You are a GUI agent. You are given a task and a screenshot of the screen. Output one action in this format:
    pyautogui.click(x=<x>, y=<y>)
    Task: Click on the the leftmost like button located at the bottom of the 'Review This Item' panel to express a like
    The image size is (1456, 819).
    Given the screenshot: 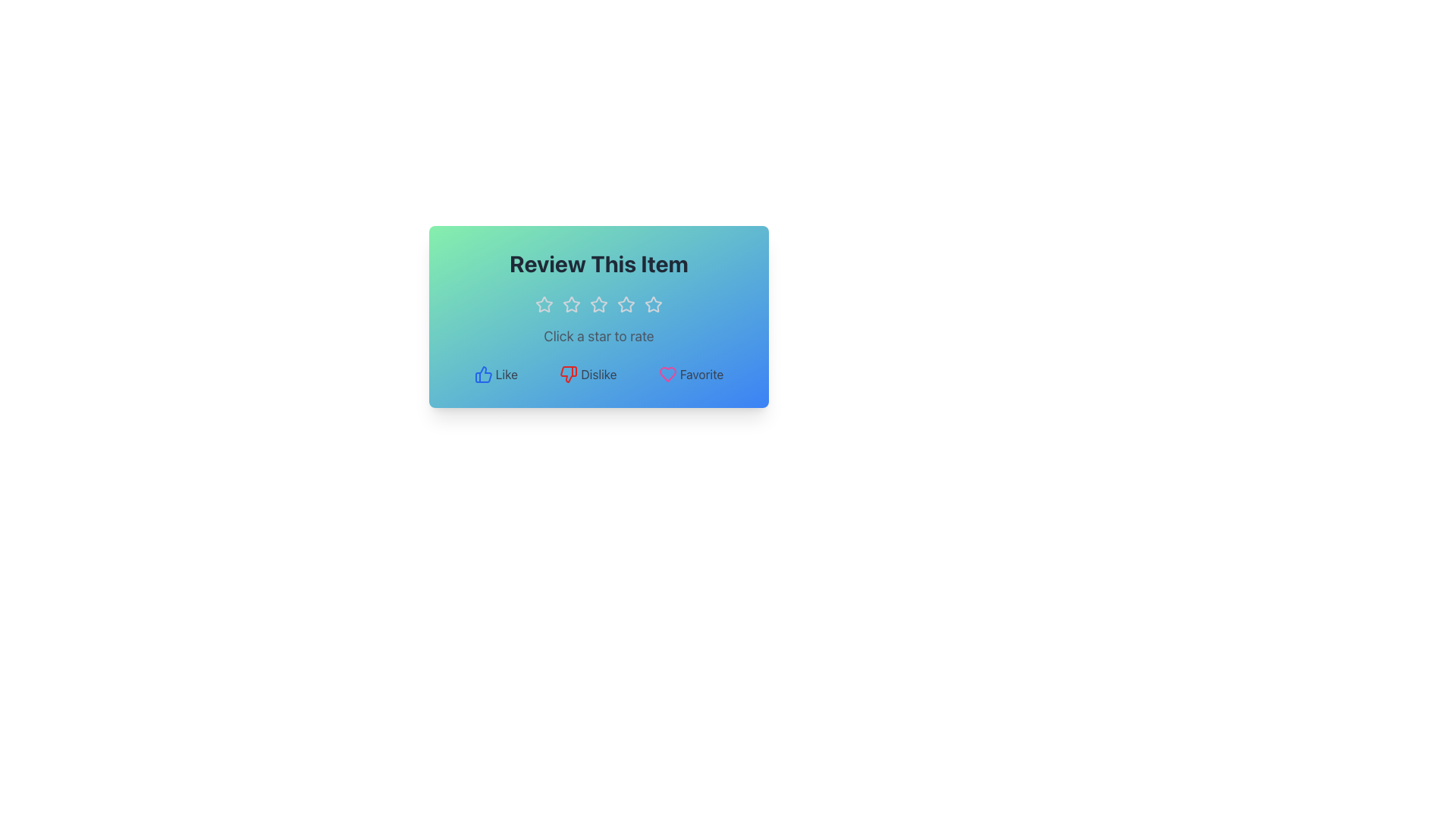 What is the action you would take?
    pyautogui.click(x=495, y=374)
    